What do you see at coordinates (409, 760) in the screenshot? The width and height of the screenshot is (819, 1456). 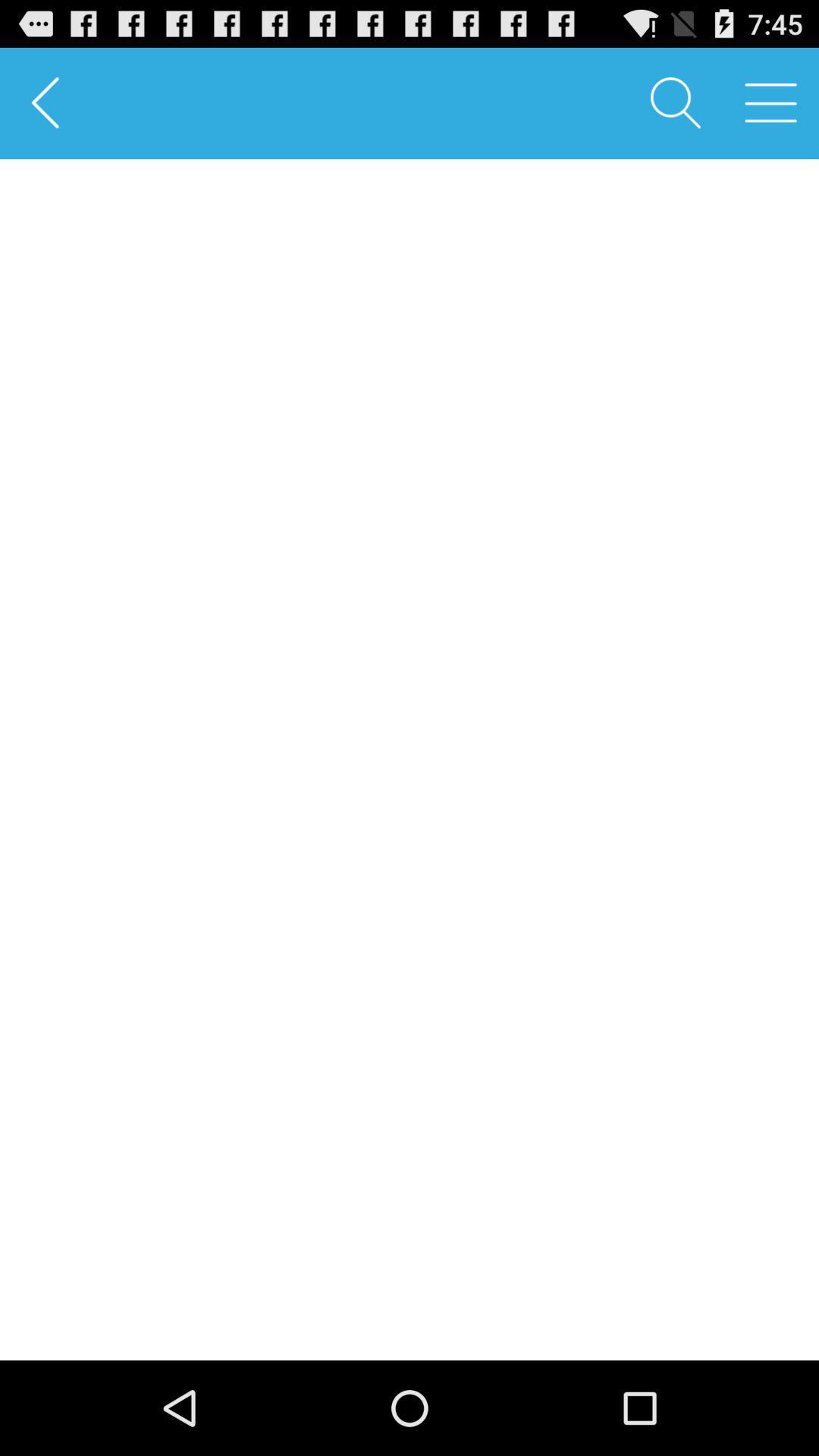 I see `the item at the center` at bounding box center [409, 760].